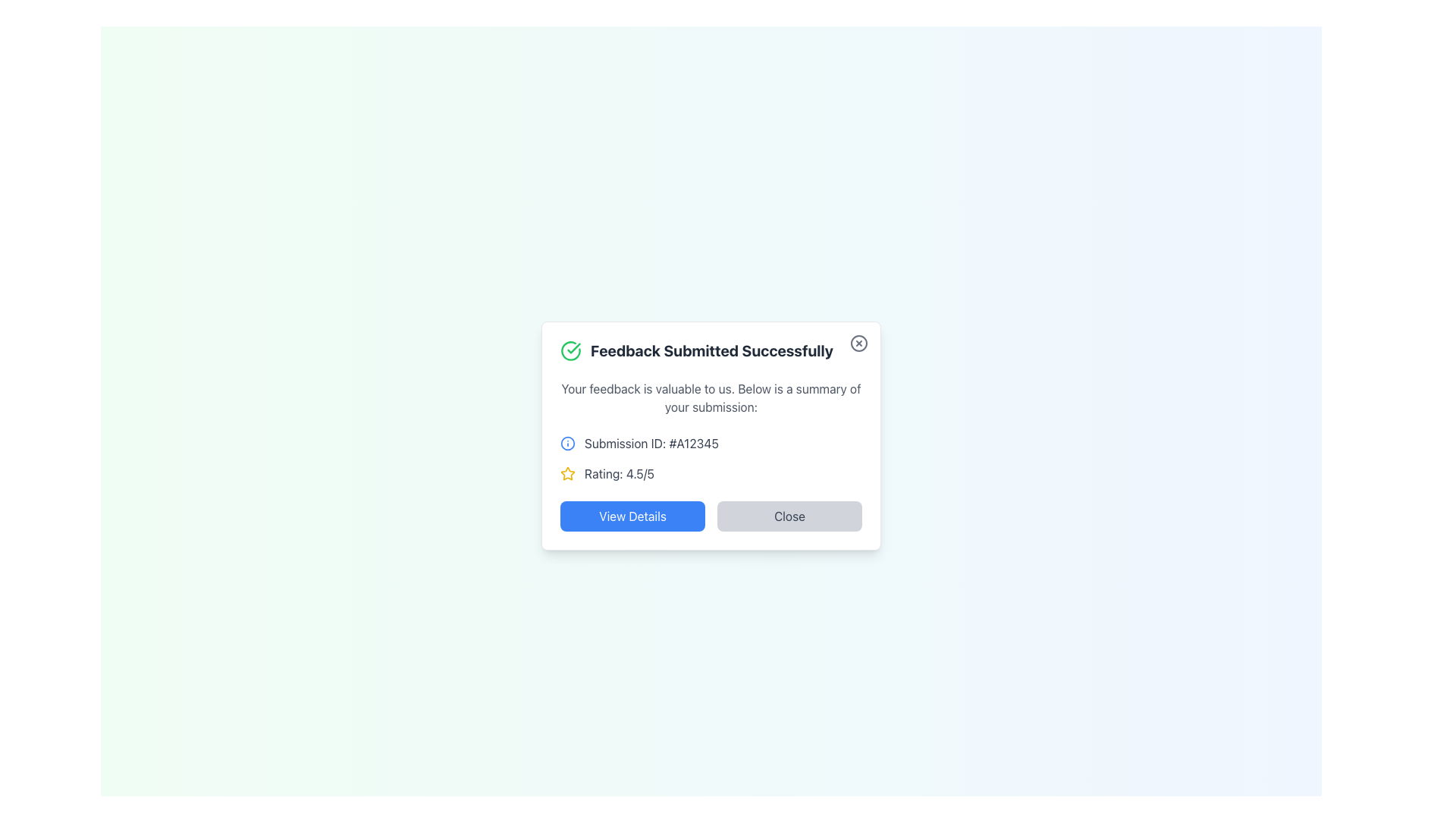  Describe the element at coordinates (710, 397) in the screenshot. I see `the text block that serves as an introductory statement for the submission summary, located beneath the header 'Feedback Submitted Successfully'` at that location.